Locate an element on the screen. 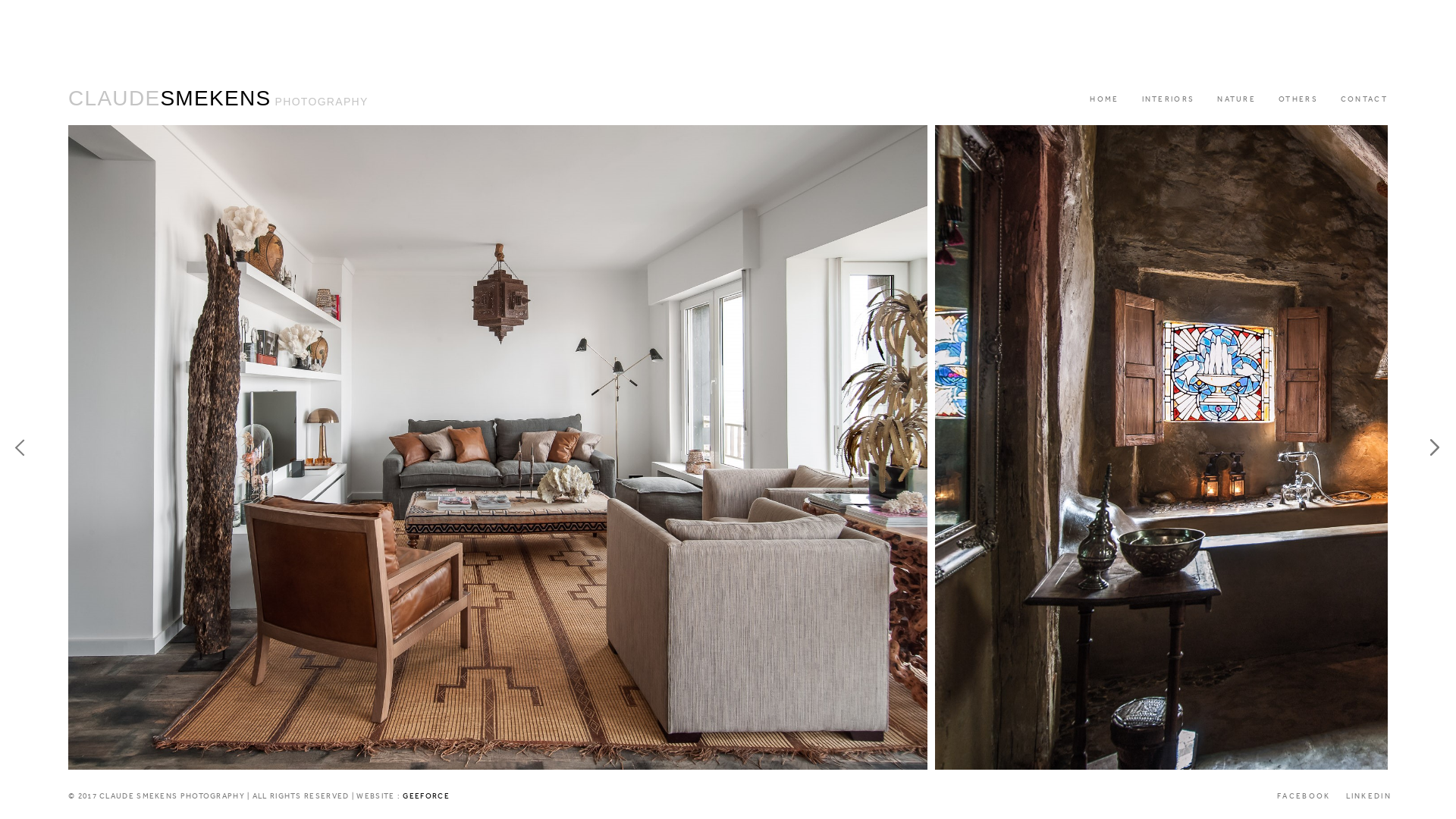 The width and height of the screenshot is (1456, 819). 'INTERIORS' is located at coordinates (1167, 99).